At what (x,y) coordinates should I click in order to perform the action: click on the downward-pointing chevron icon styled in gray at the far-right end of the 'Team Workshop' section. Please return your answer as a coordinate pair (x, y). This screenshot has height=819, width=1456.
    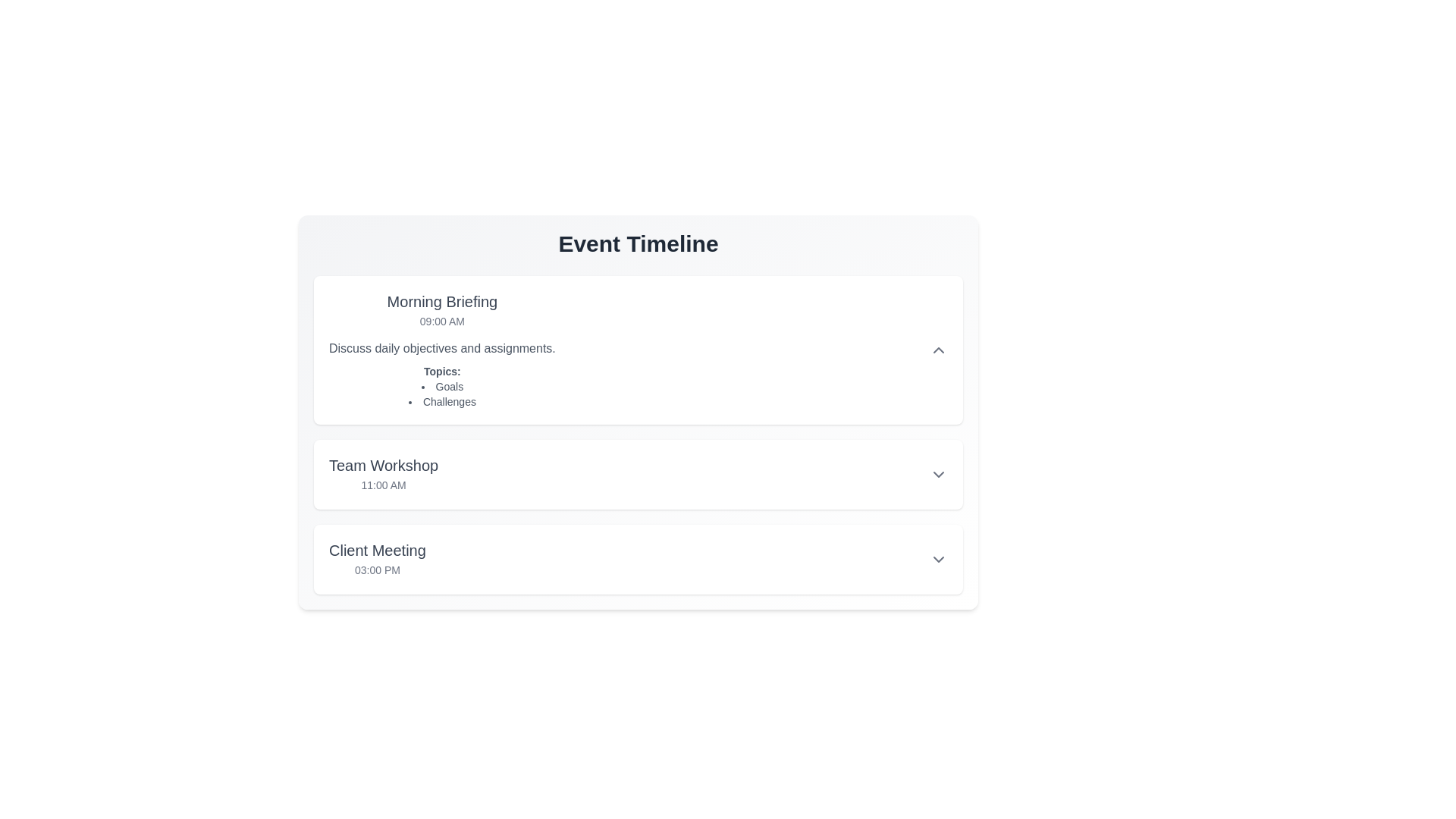
    Looking at the image, I should click on (938, 473).